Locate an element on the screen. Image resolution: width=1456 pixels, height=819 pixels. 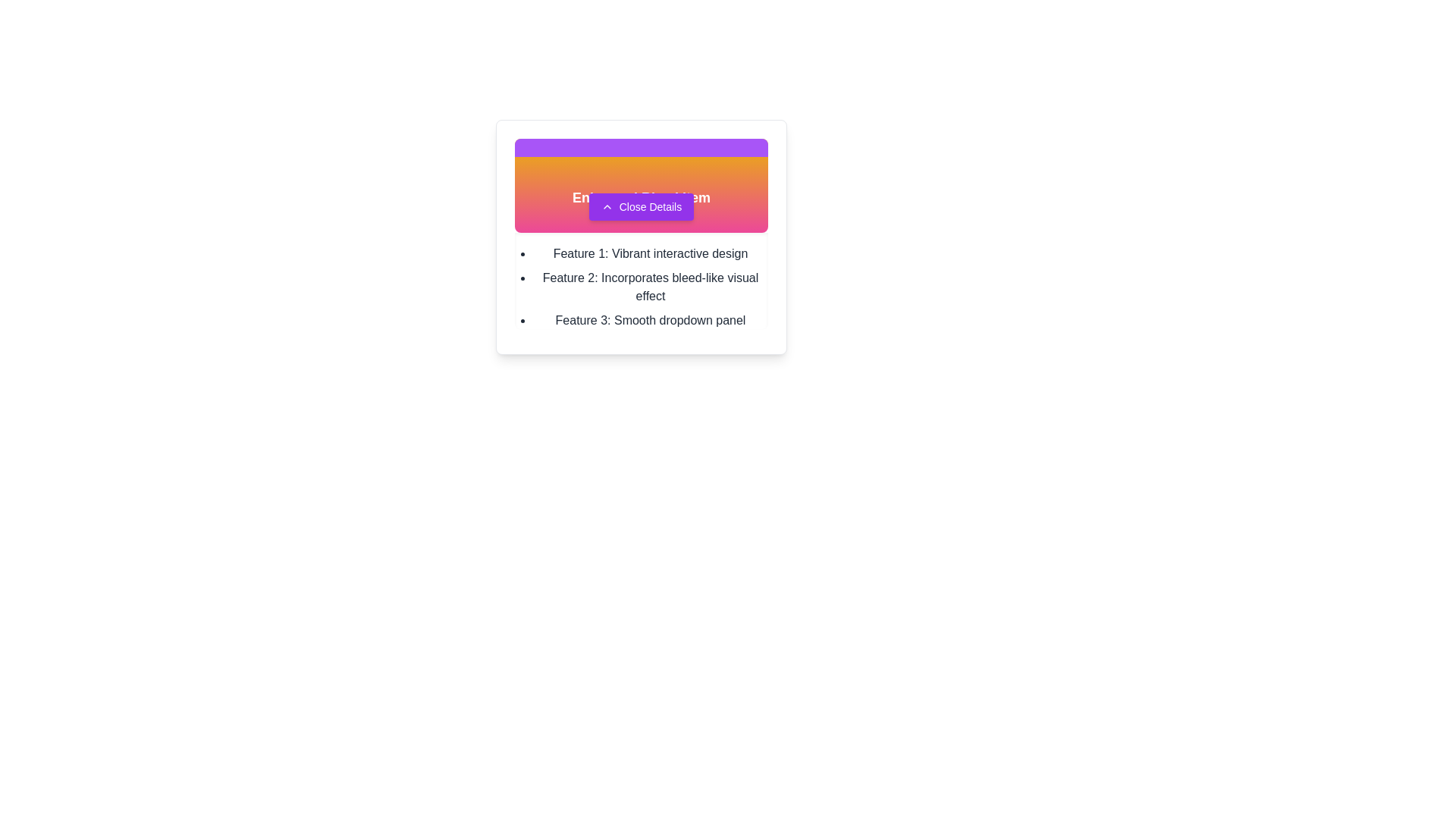
the text label displaying 'Enhanced Bleed Item', which is centrally positioned within a gradient background section is located at coordinates (641, 197).